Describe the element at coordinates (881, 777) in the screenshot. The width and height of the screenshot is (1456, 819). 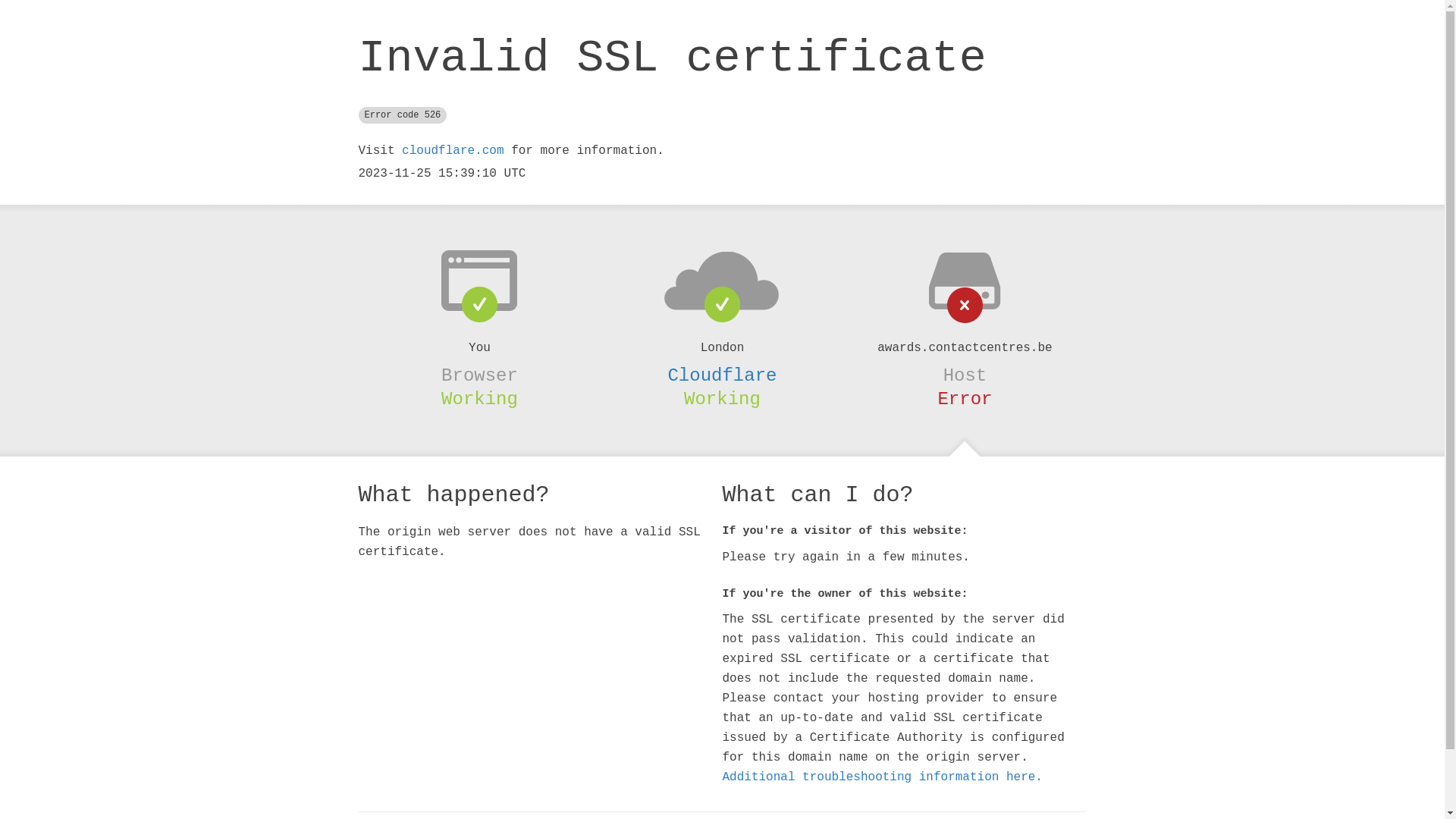
I see `'Additional troubleshooting information here.'` at that location.